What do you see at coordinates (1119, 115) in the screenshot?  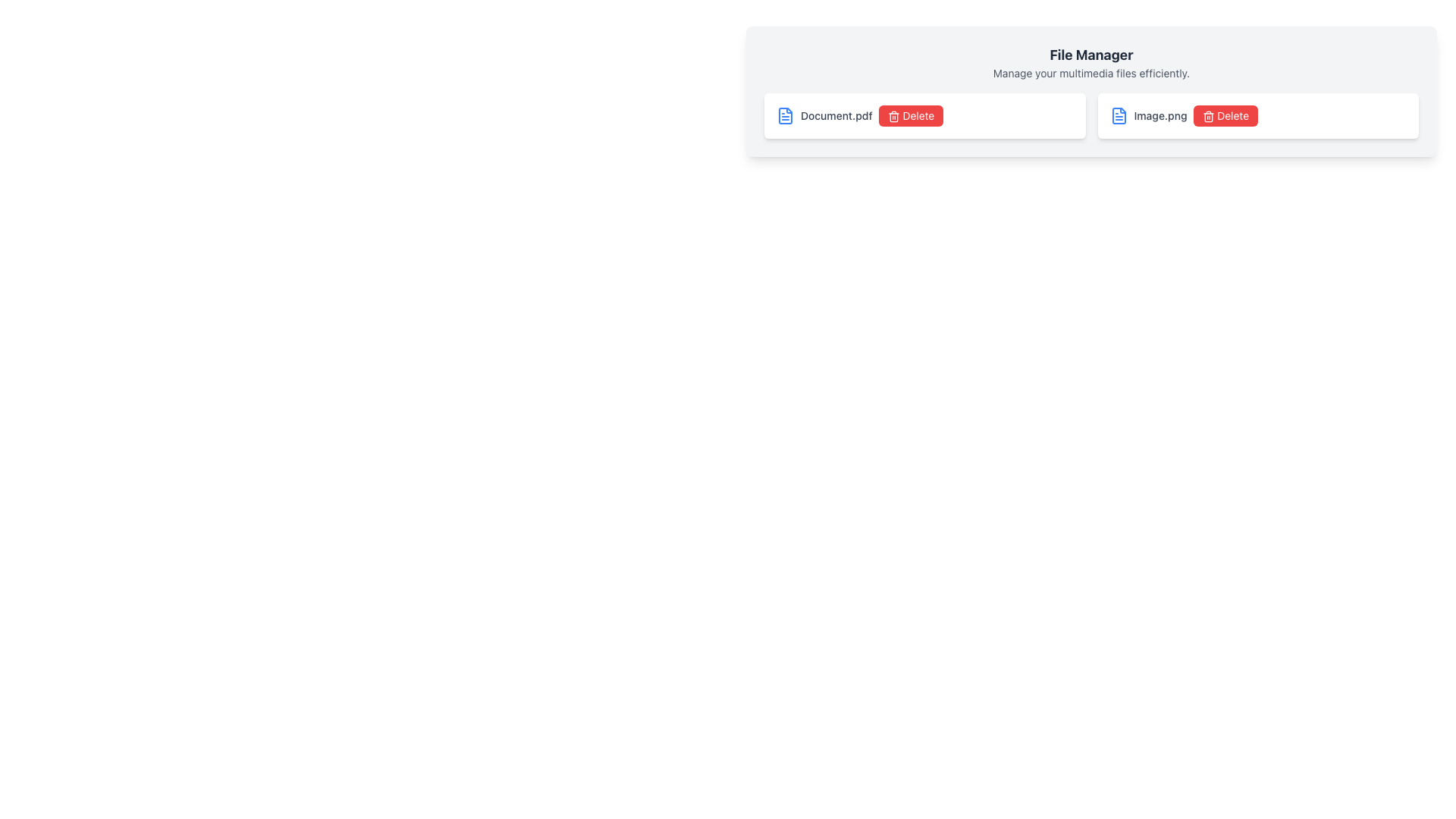 I see `the blue document icon located to the left of the 'Image.png' text in the file manager interface` at bounding box center [1119, 115].